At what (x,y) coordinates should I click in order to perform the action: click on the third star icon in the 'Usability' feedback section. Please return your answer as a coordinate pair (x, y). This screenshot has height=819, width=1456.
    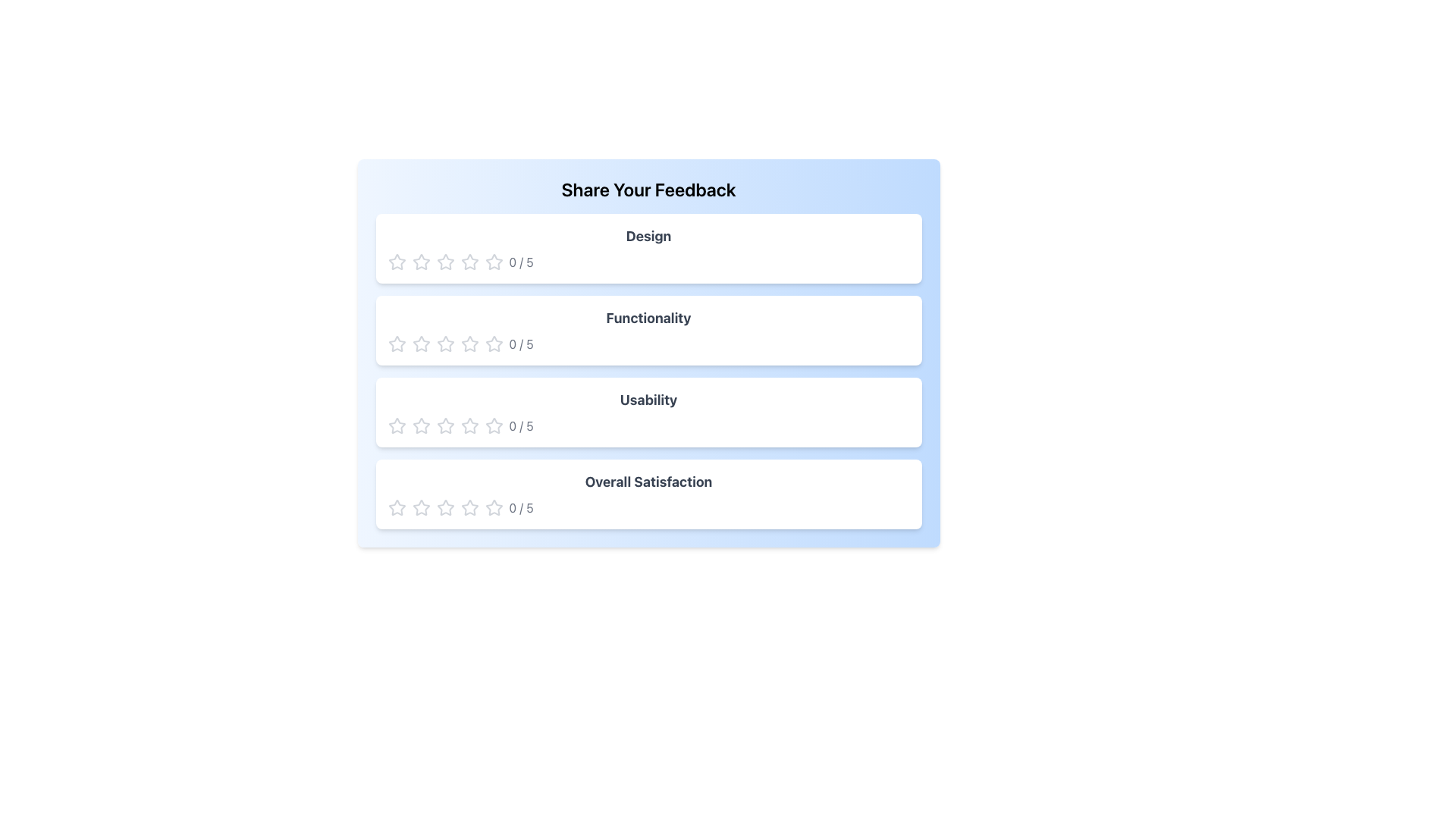
    Looking at the image, I should click on (444, 426).